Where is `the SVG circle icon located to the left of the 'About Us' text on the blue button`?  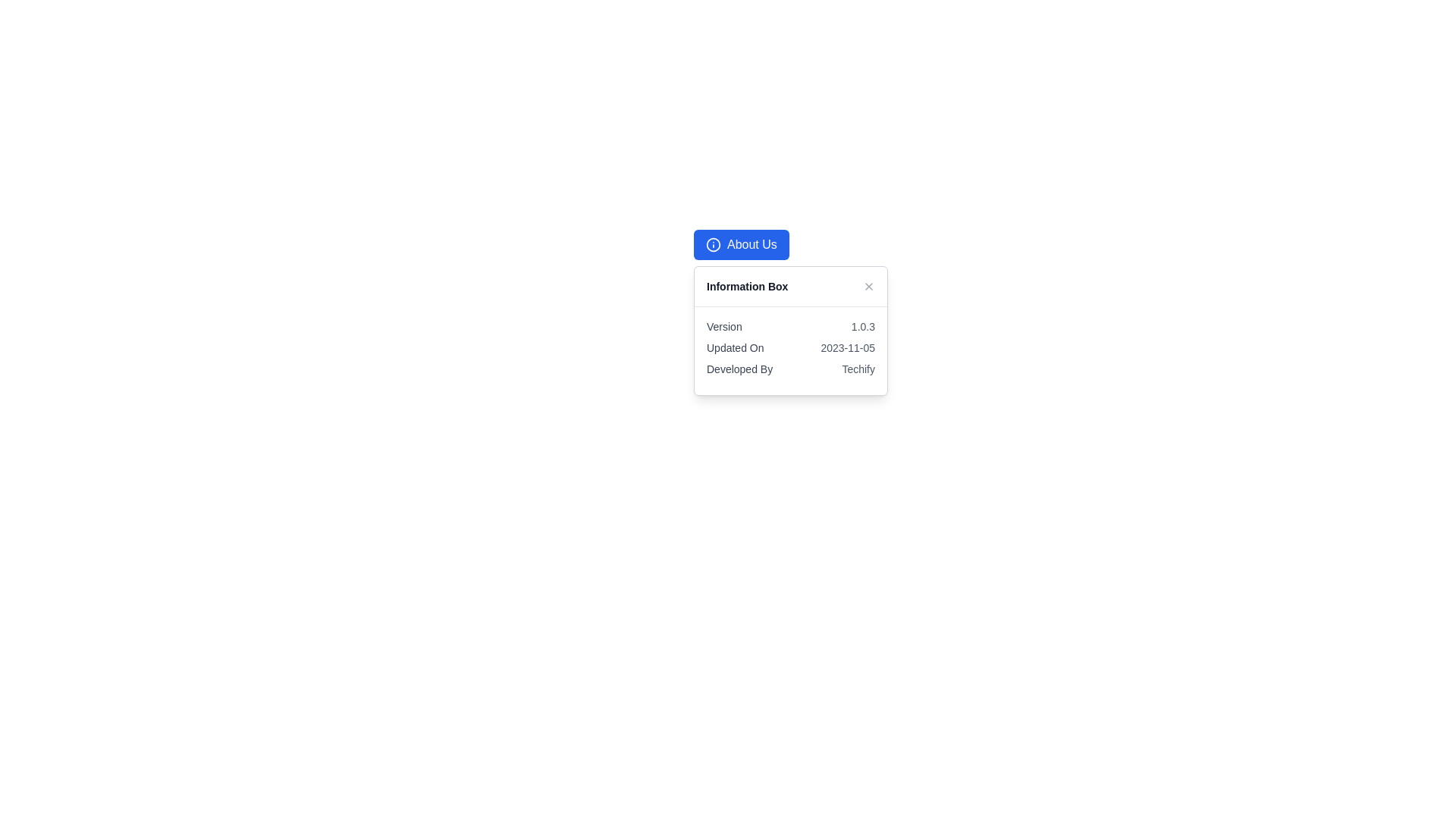
the SVG circle icon located to the left of the 'About Us' text on the blue button is located at coordinates (712, 244).